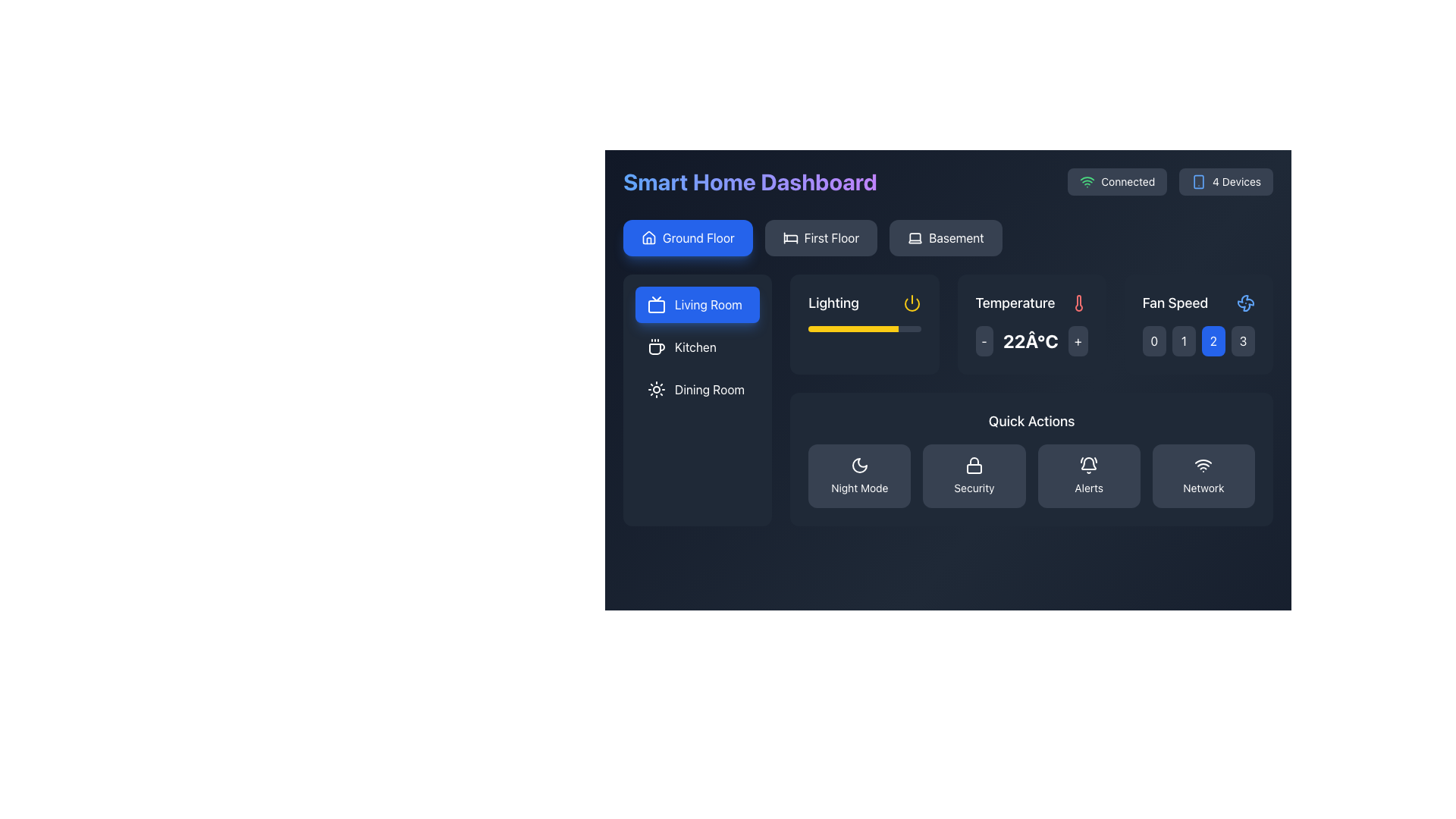  I want to click on the 'Lighting' text label, which is styled in medium bold font and appears in light color against a dark background, located in the upper-left section of the lighting controls interface, so click(833, 303).